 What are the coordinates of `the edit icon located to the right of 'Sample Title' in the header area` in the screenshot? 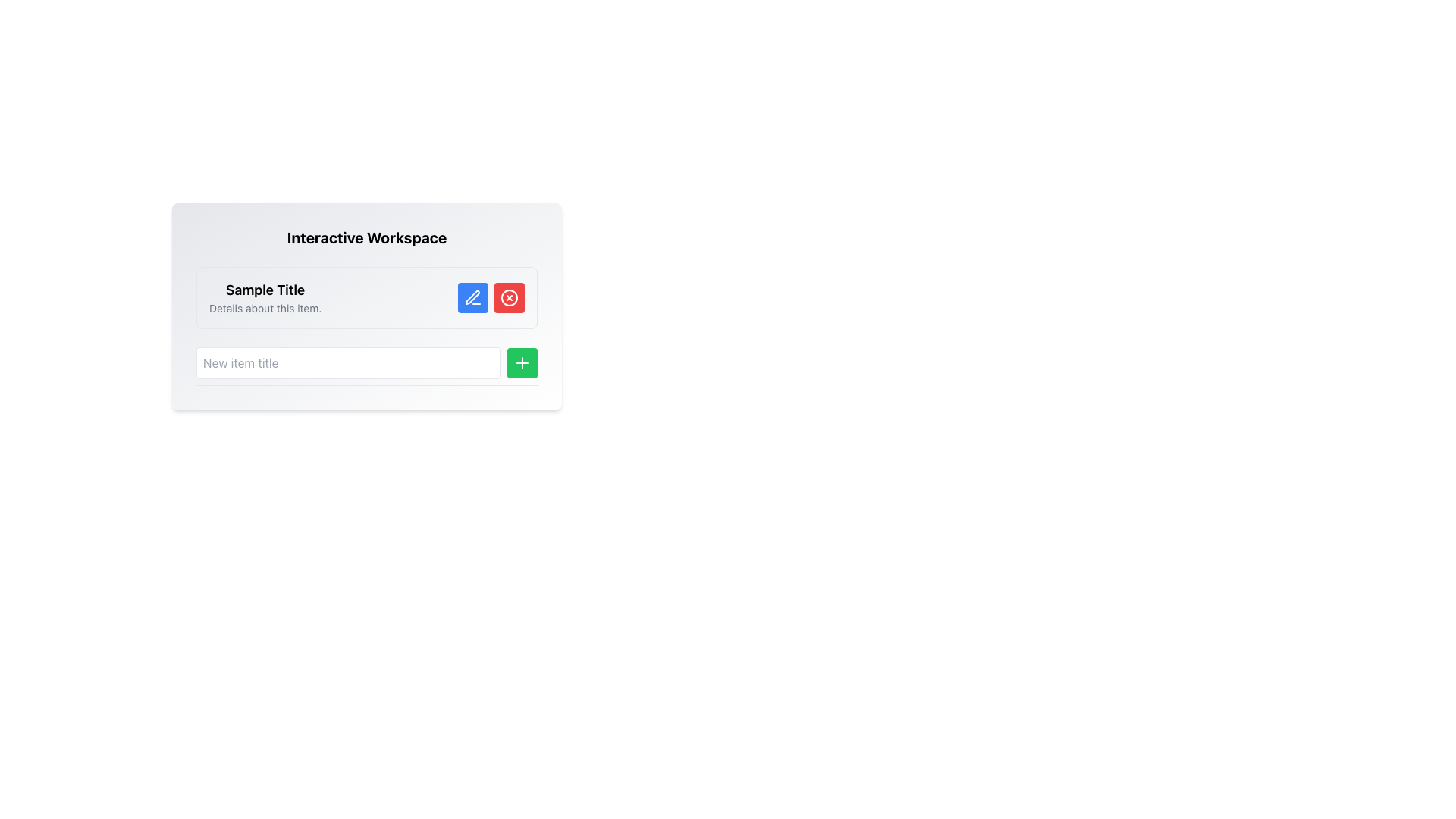 It's located at (472, 297).